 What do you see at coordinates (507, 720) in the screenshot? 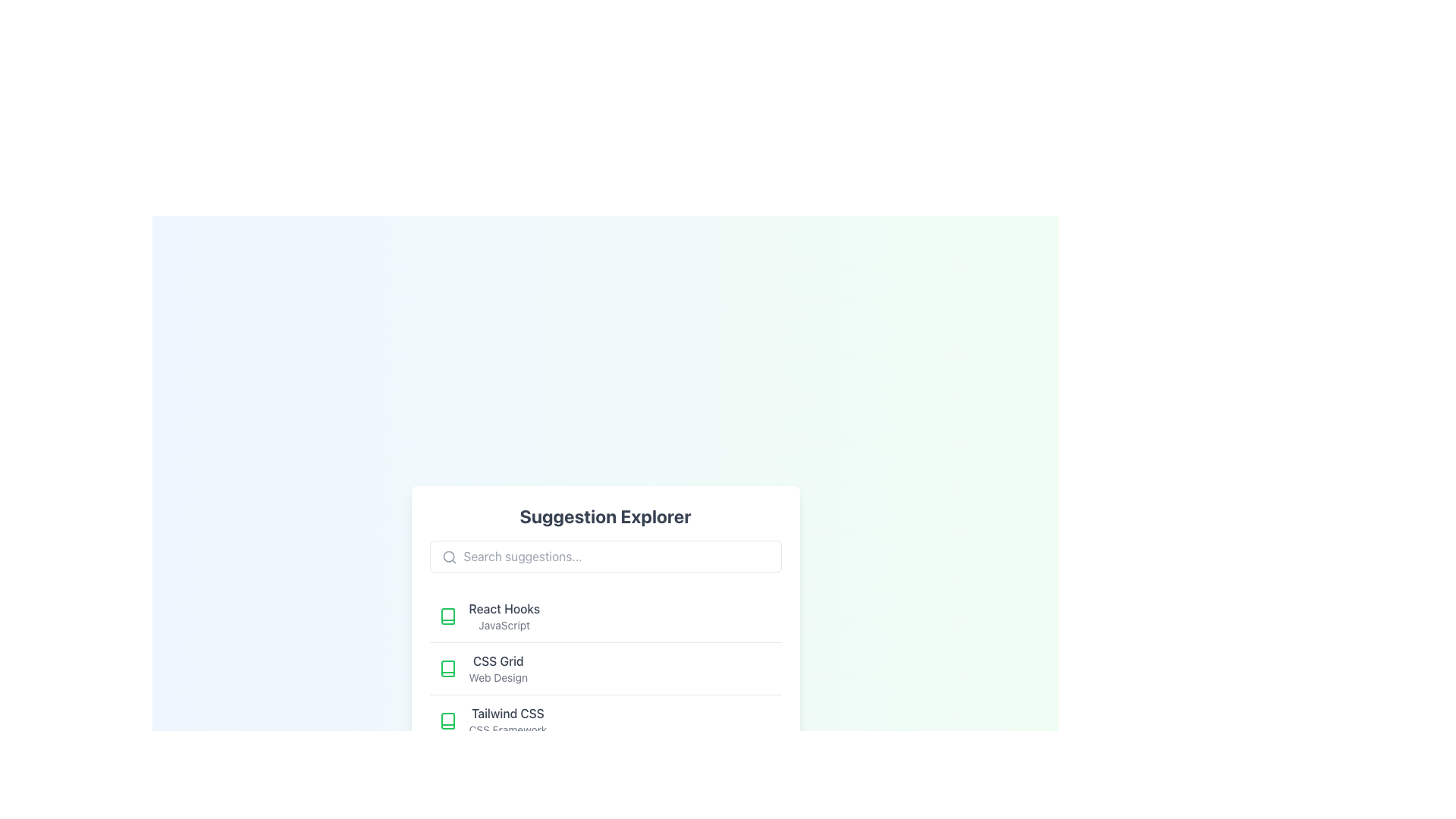
I see `the List Item displaying 'Tailwind CSS' with the subtitle 'CSS Framework'` at bounding box center [507, 720].